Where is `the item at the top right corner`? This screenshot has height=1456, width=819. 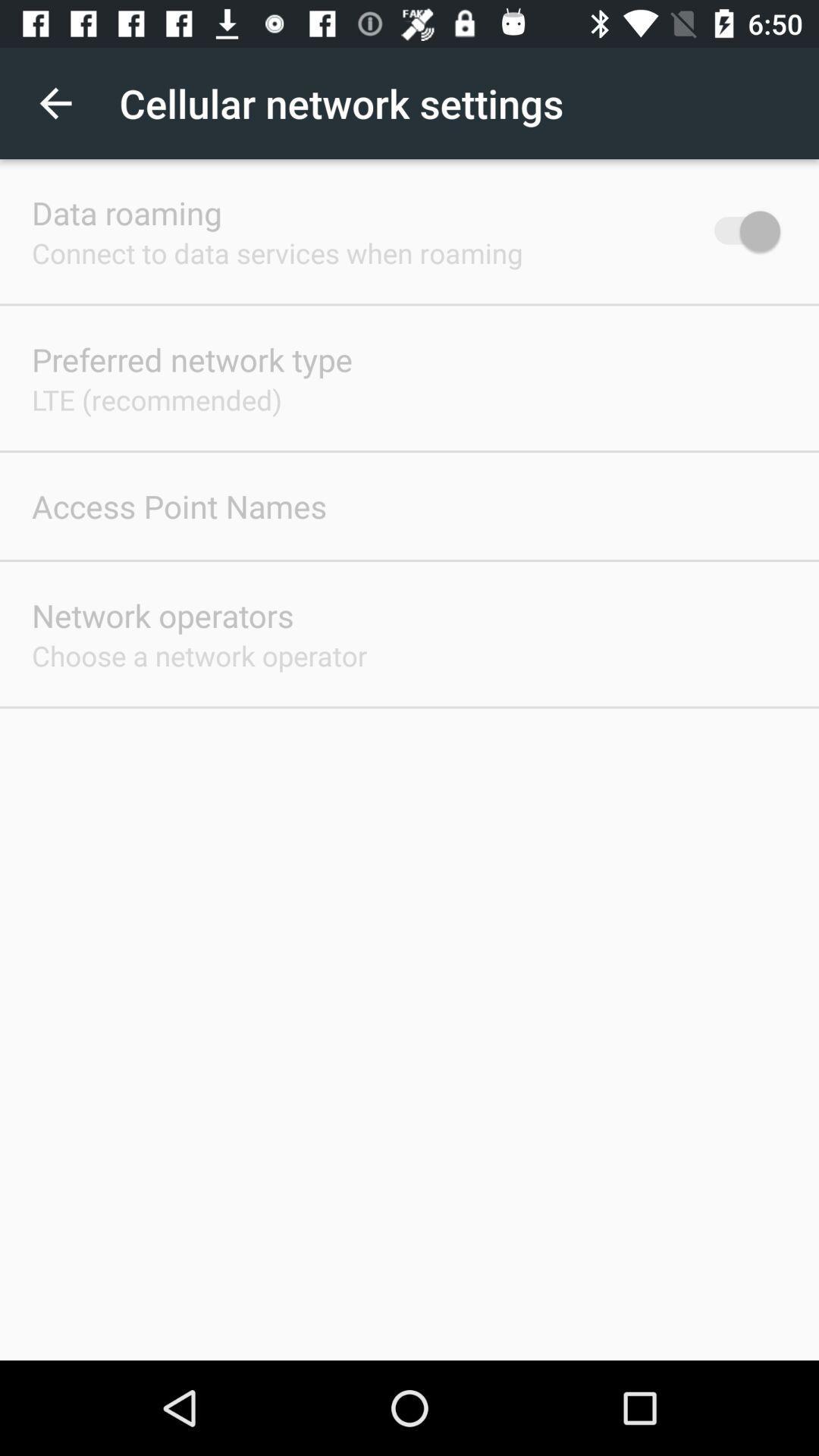
the item at the top right corner is located at coordinates (739, 230).